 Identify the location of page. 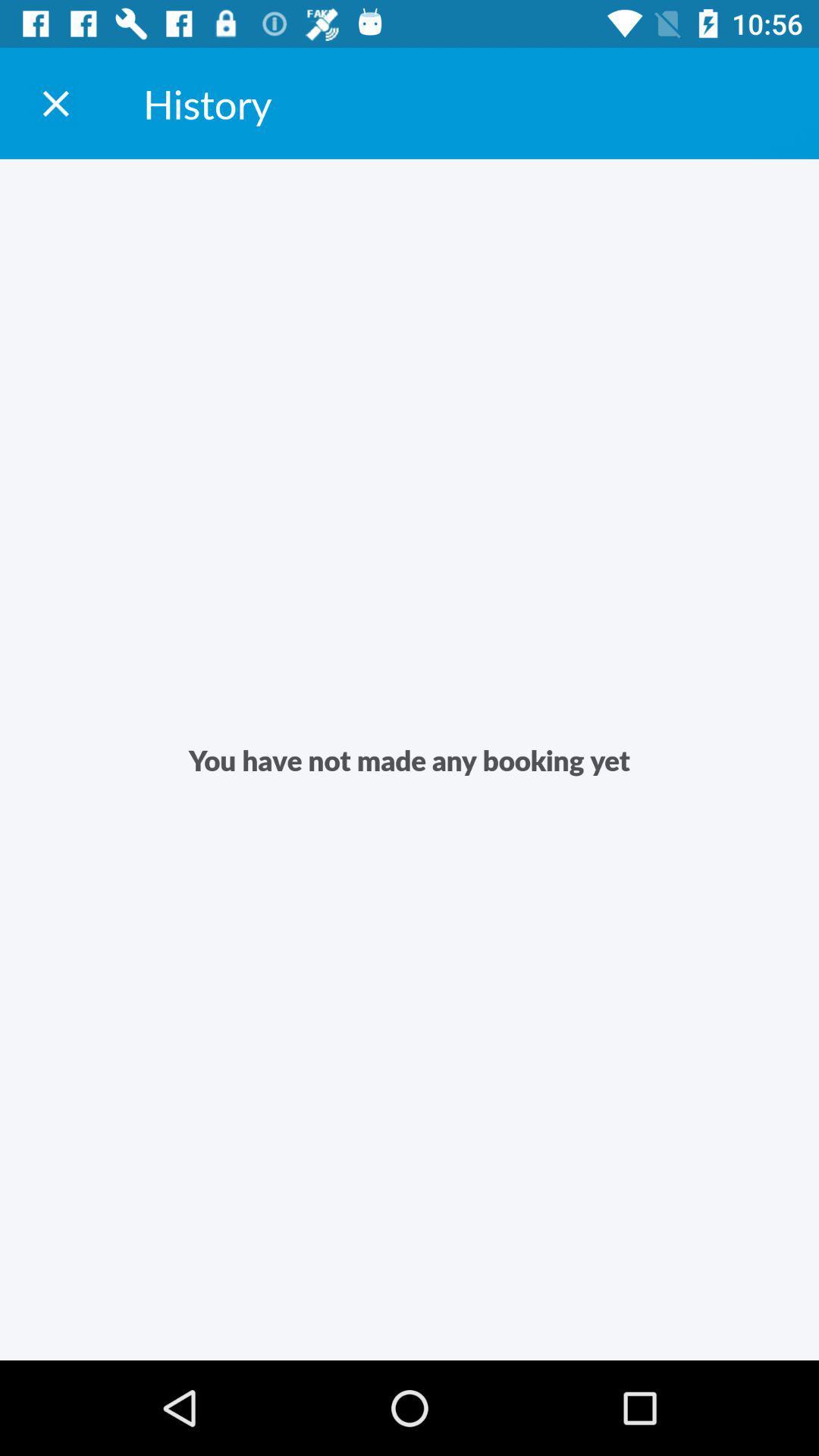
(55, 102).